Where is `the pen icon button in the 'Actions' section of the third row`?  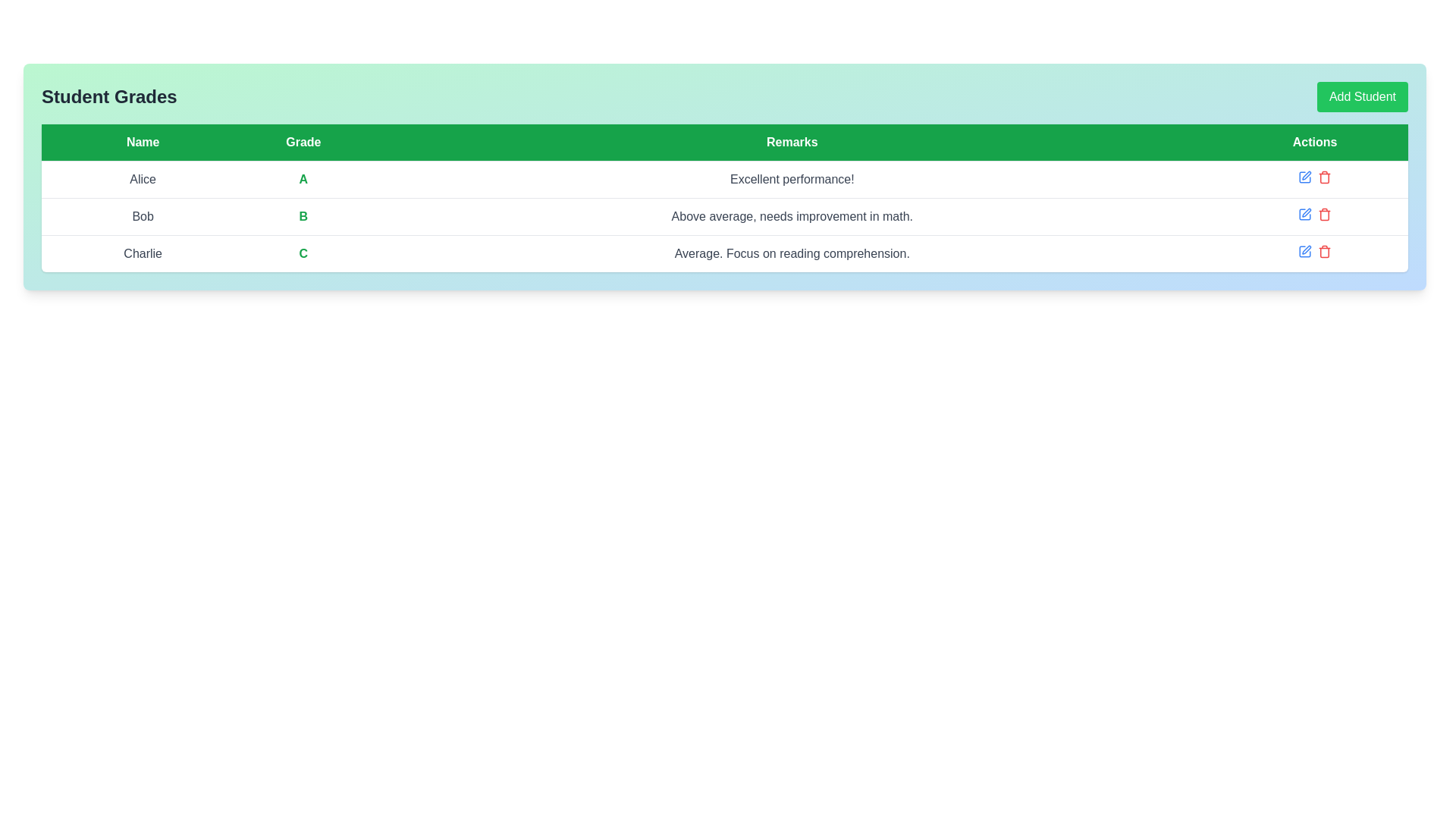
the pen icon button in the 'Actions' section of the third row is located at coordinates (1306, 212).